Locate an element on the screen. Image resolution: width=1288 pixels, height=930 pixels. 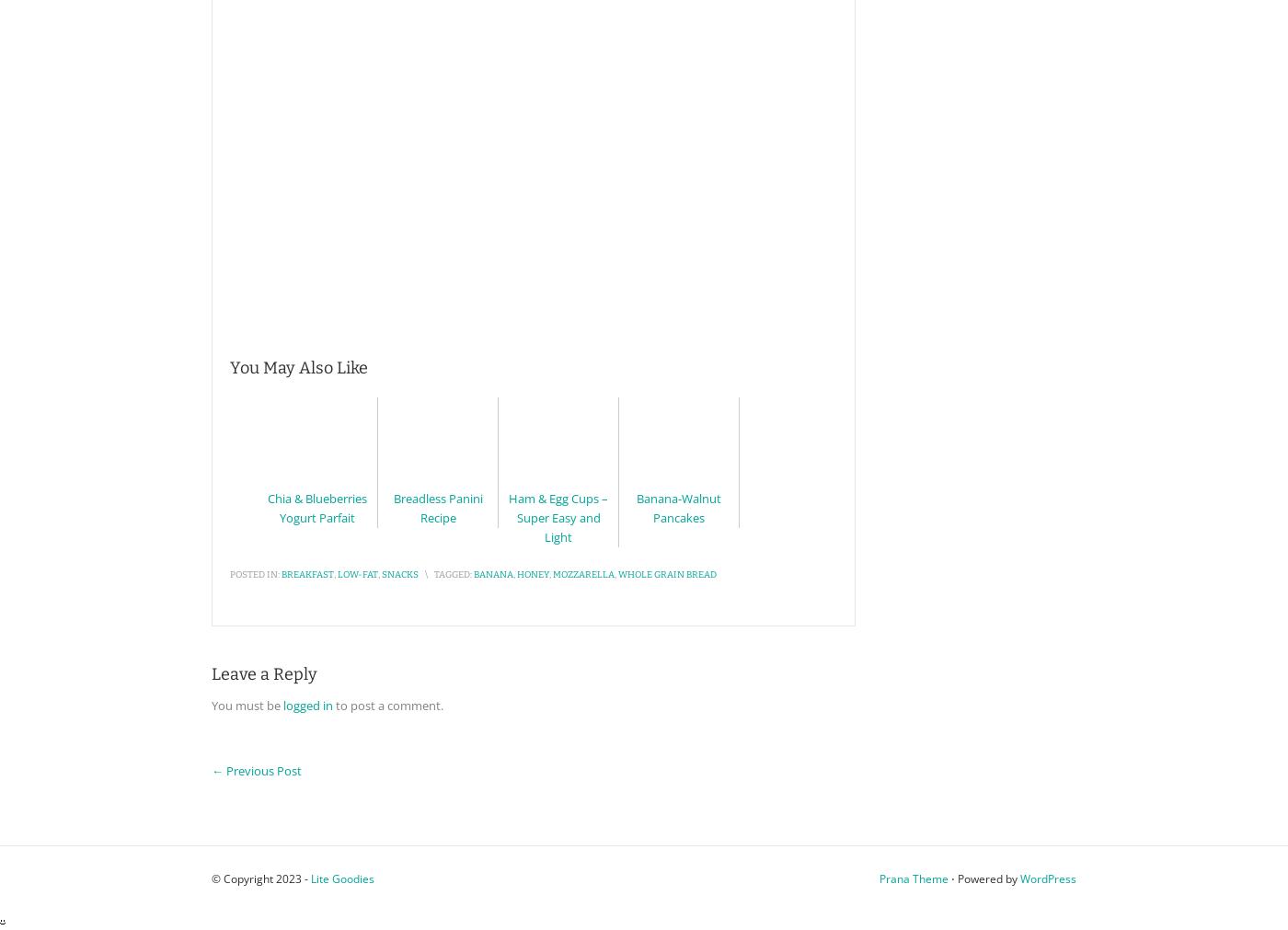
'Leave a Reply' is located at coordinates (264, 672).